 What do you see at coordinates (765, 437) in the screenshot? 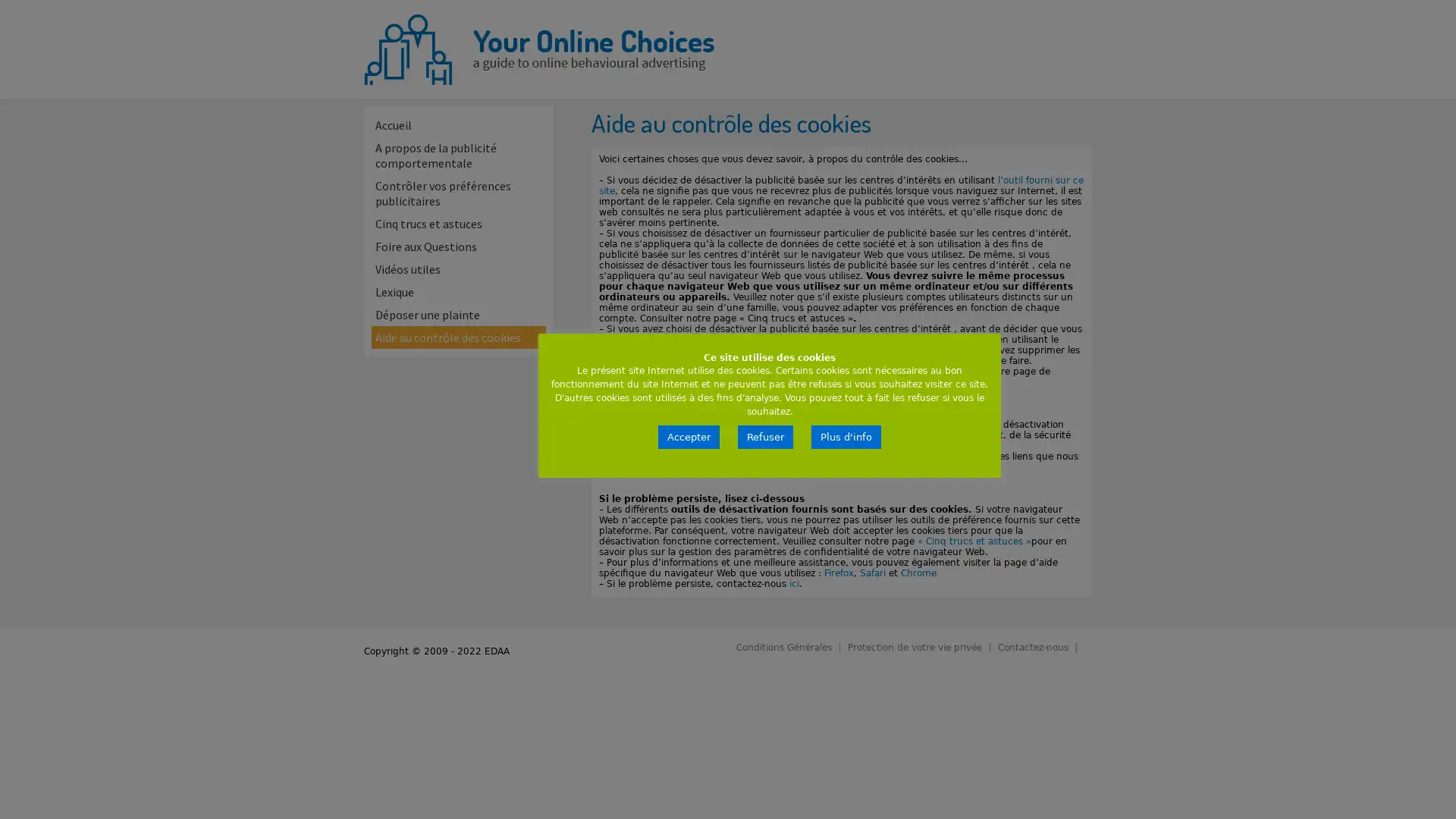
I see `Refuser` at bounding box center [765, 437].